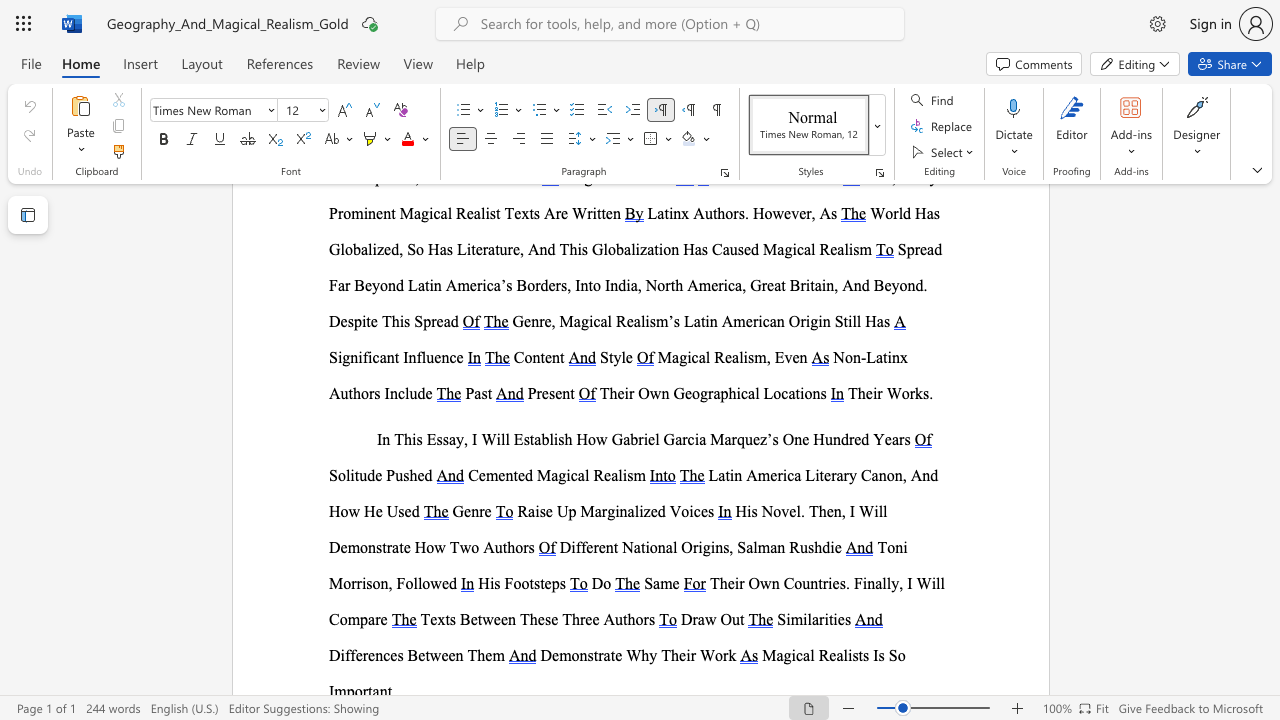 The height and width of the screenshot is (720, 1280). What do you see at coordinates (551, 583) in the screenshot?
I see `the subset text "ps" within the text "His Footsteps"` at bounding box center [551, 583].